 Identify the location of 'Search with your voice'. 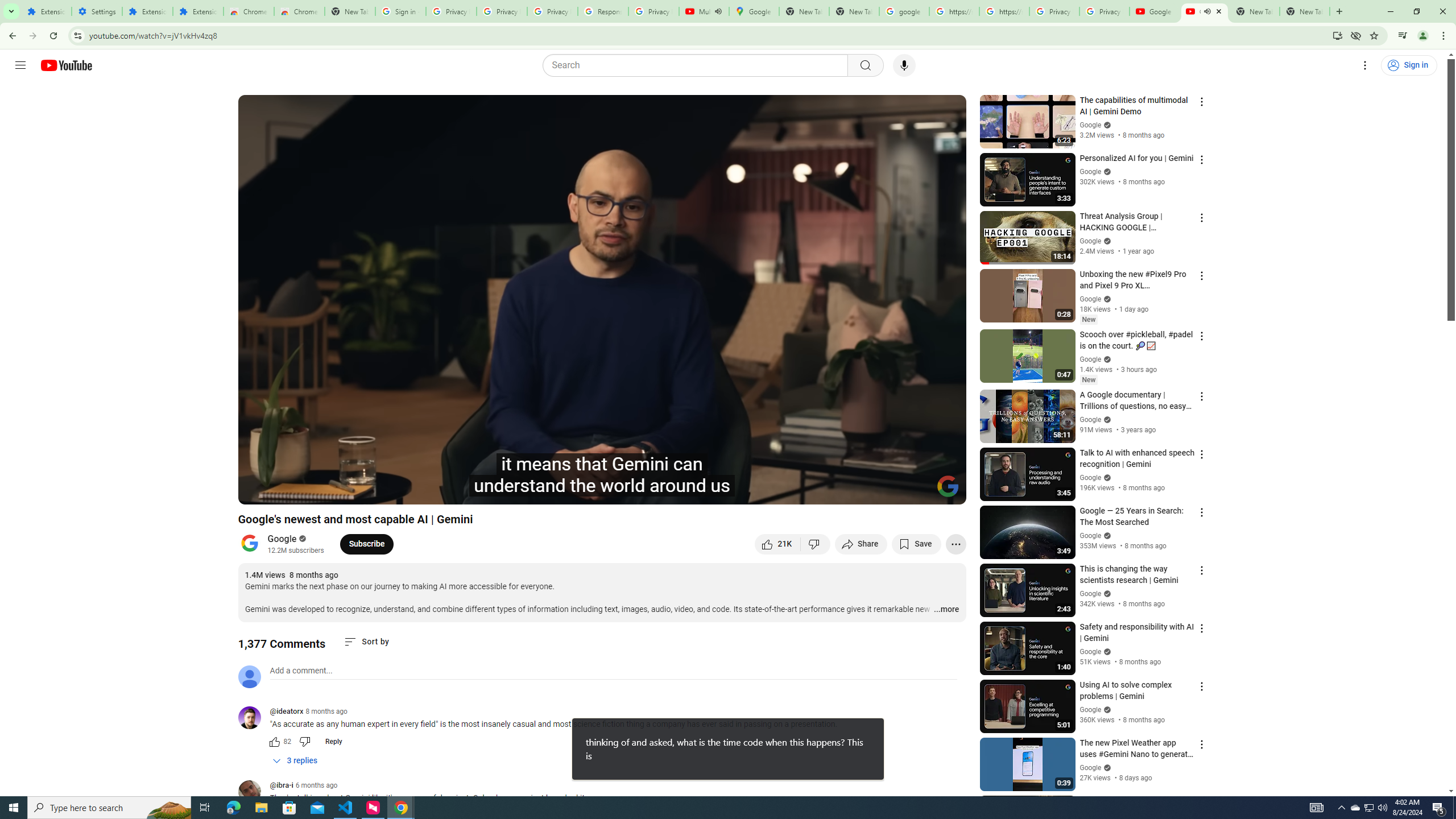
(904, 65).